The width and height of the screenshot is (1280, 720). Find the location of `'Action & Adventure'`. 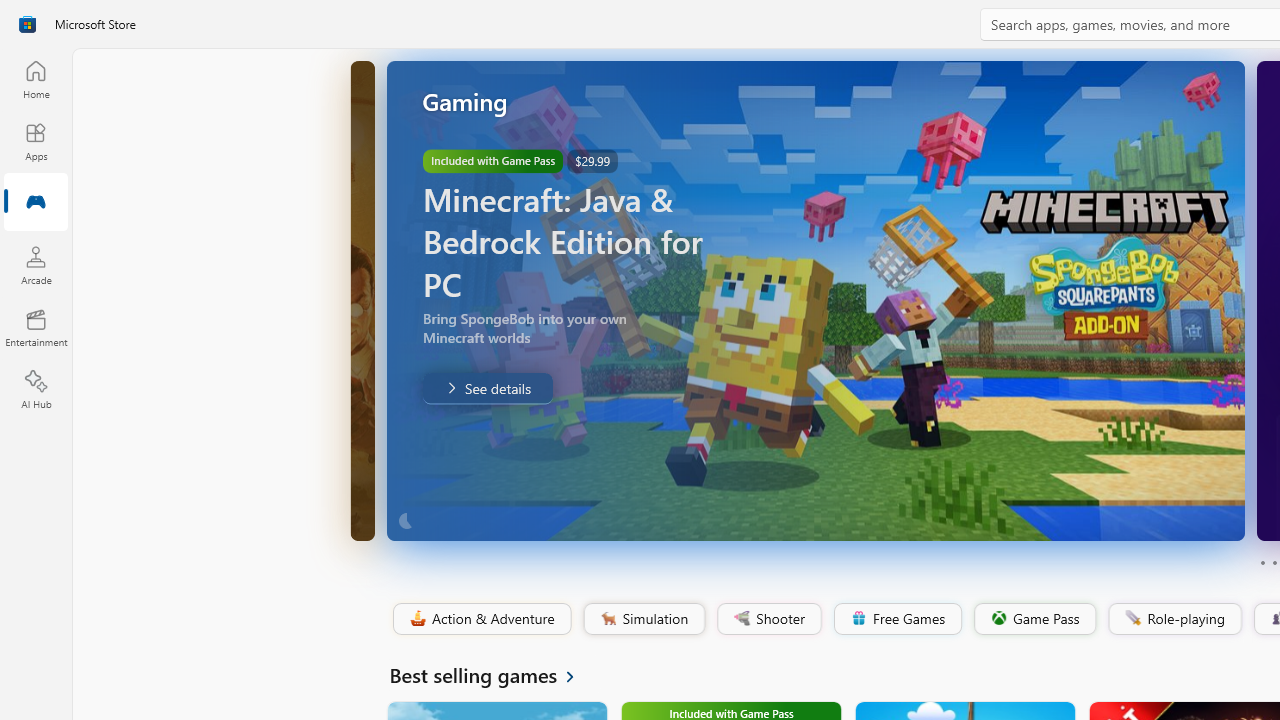

'Action & Adventure' is located at coordinates (480, 618).